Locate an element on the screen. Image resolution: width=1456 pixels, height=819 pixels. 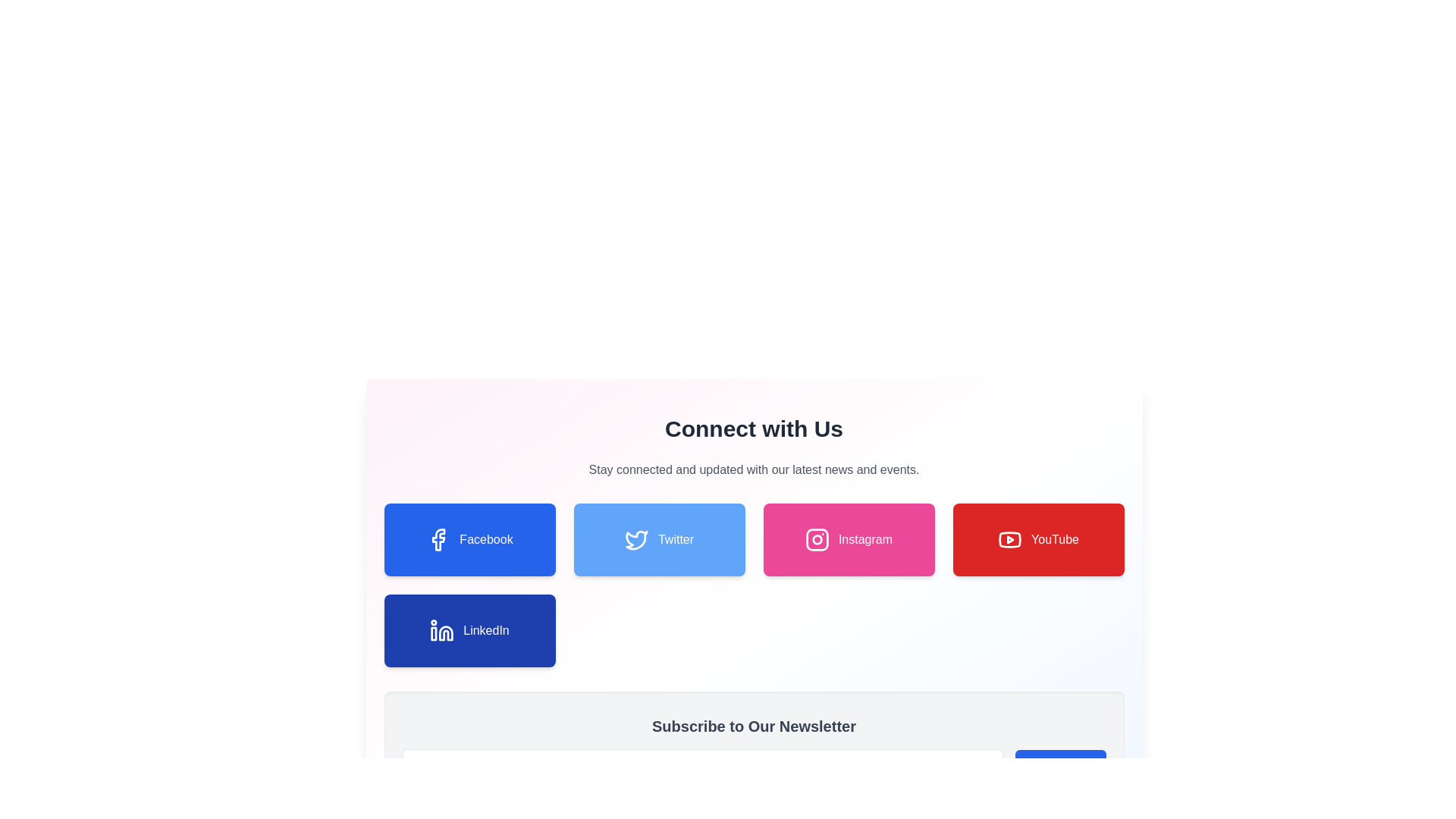
the Twitter icon within the button labeled 'Twitter' is located at coordinates (637, 539).